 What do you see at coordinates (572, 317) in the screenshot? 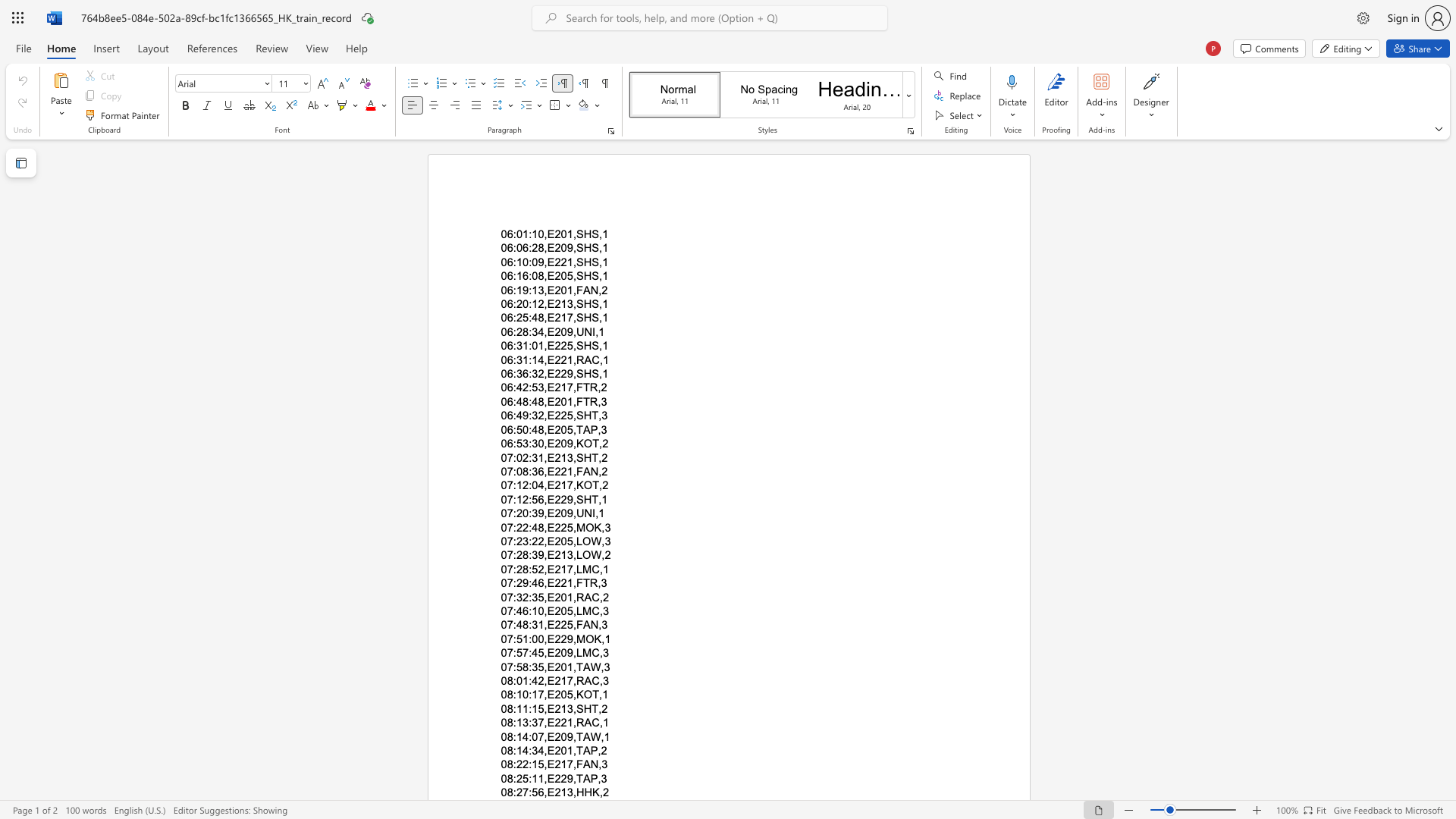
I see `the subset text ",SHS" within the text "06:25:48,E217,SHS,1"` at bounding box center [572, 317].